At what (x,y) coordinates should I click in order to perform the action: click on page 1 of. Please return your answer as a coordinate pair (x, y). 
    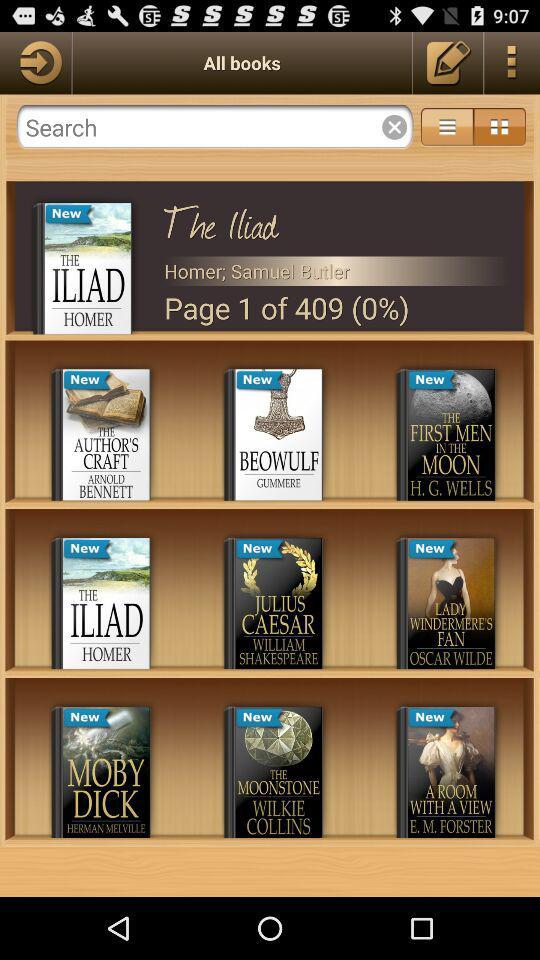
    Looking at the image, I should click on (336, 308).